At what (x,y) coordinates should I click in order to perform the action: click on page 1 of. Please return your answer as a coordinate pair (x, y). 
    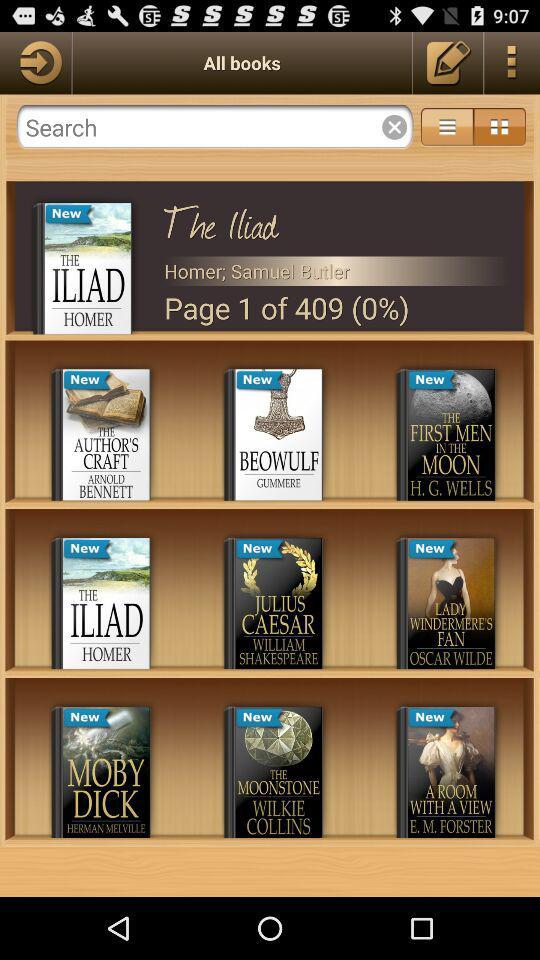
    Looking at the image, I should click on (336, 308).